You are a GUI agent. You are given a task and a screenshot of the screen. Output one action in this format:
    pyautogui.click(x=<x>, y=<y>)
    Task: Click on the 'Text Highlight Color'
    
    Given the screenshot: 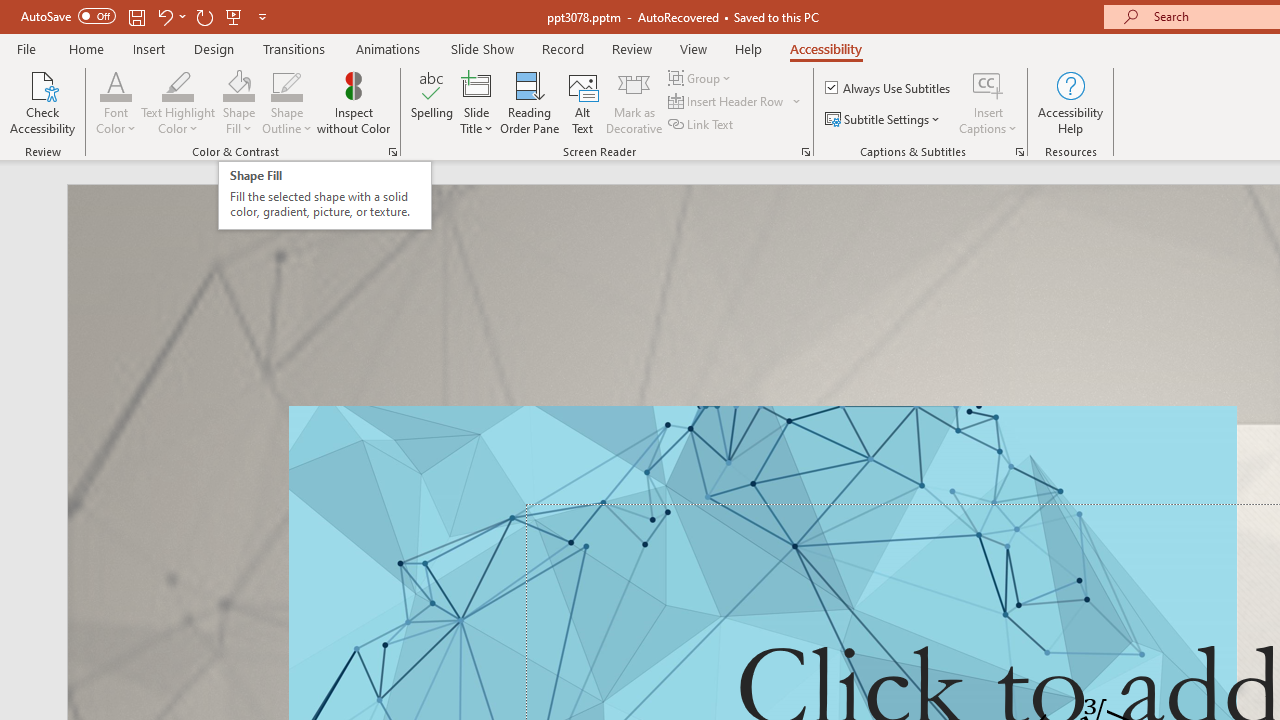 What is the action you would take?
    pyautogui.click(x=178, y=103)
    